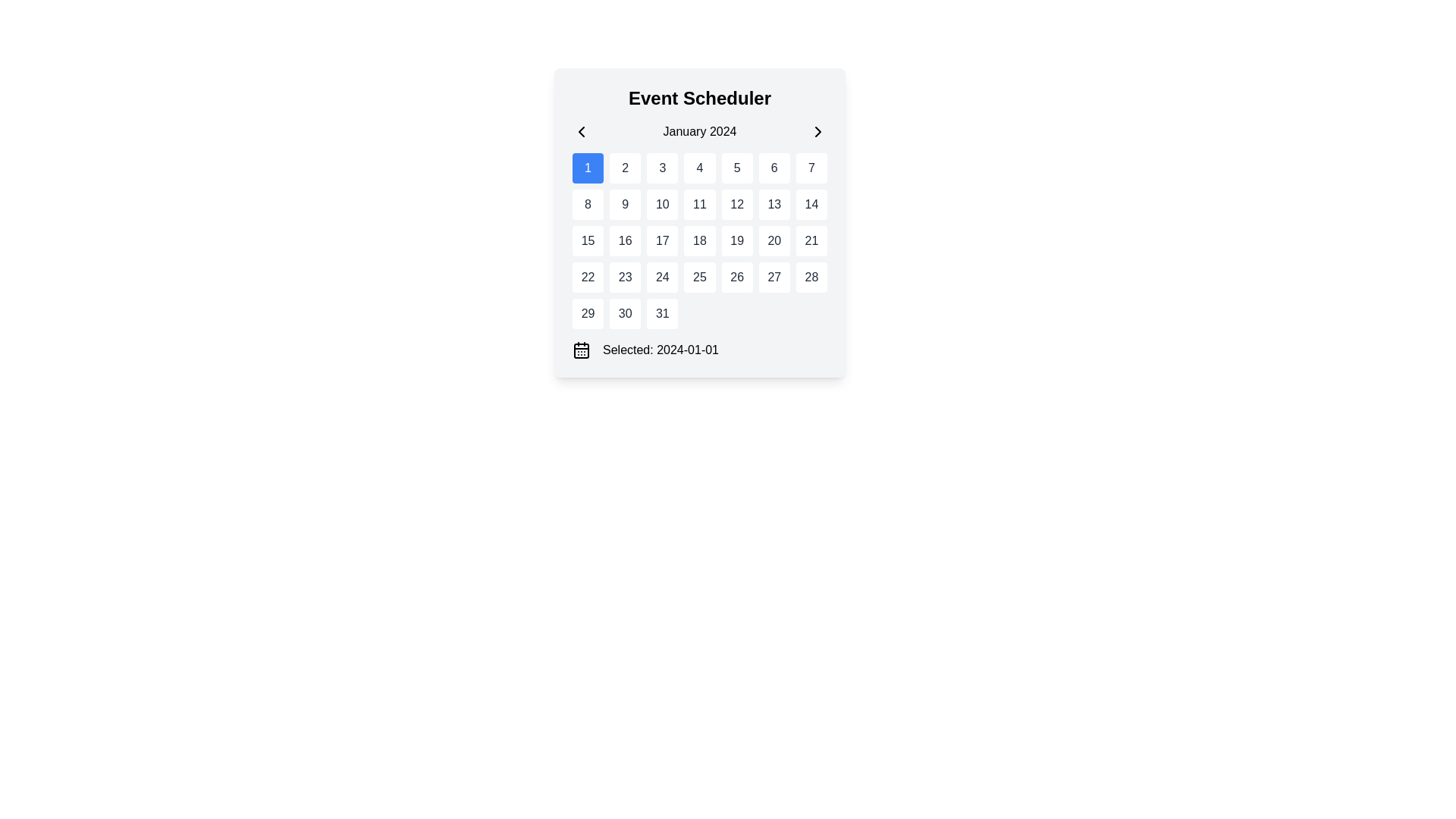 This screenshot has height=819, width=1456. Describe the element at coordinates (698, 130) in the screenshot. I see `the text label displaying 'January 2024' in the 'Event Scheduler' module, which is centrally positioned in the horizontal header bar` at that location.